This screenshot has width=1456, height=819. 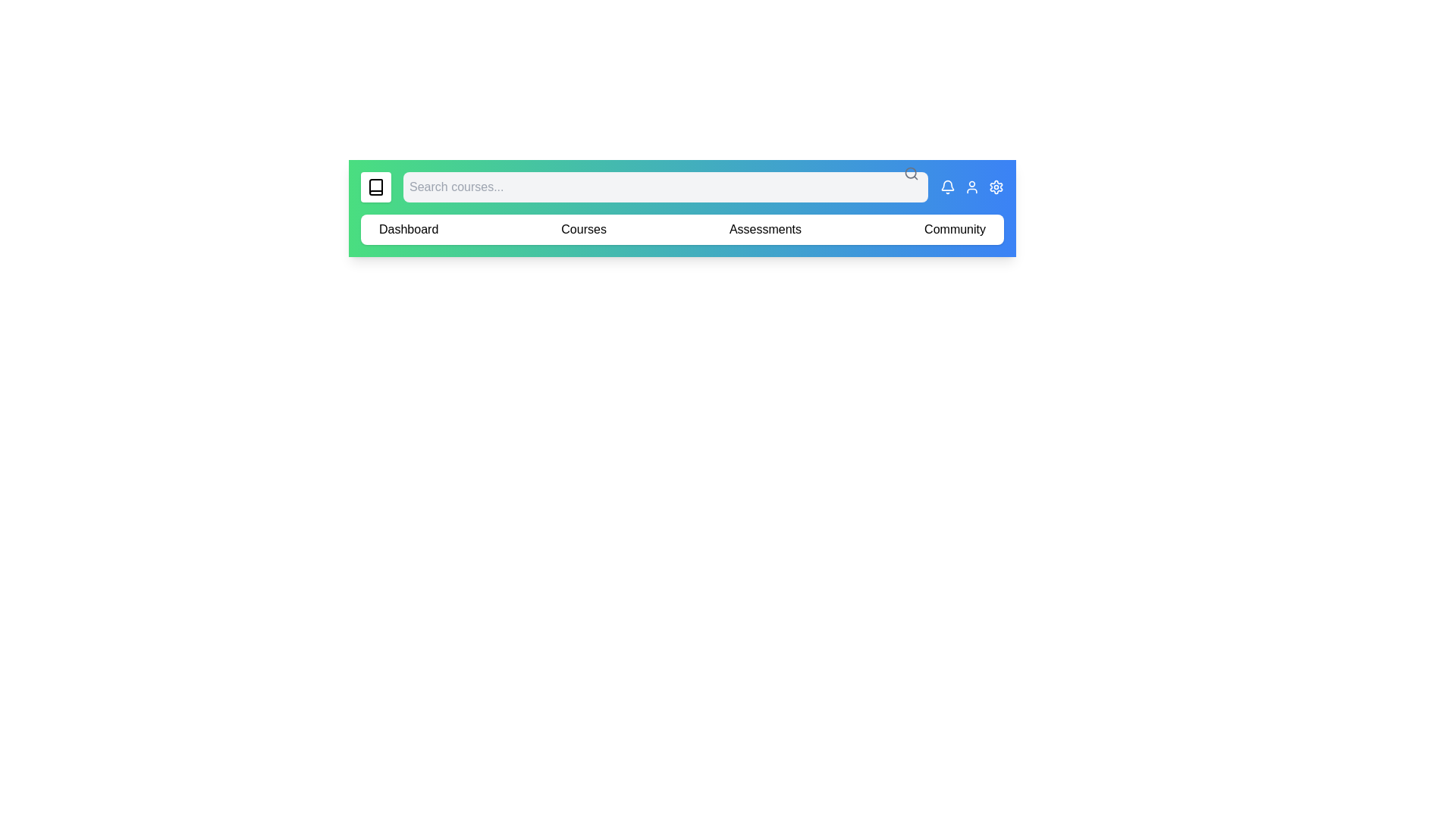 What do you see at coordinates (971, 186) in the screenshot?
I see `the user profile icon to open the user profile menu` at bounding box center [971, 186].